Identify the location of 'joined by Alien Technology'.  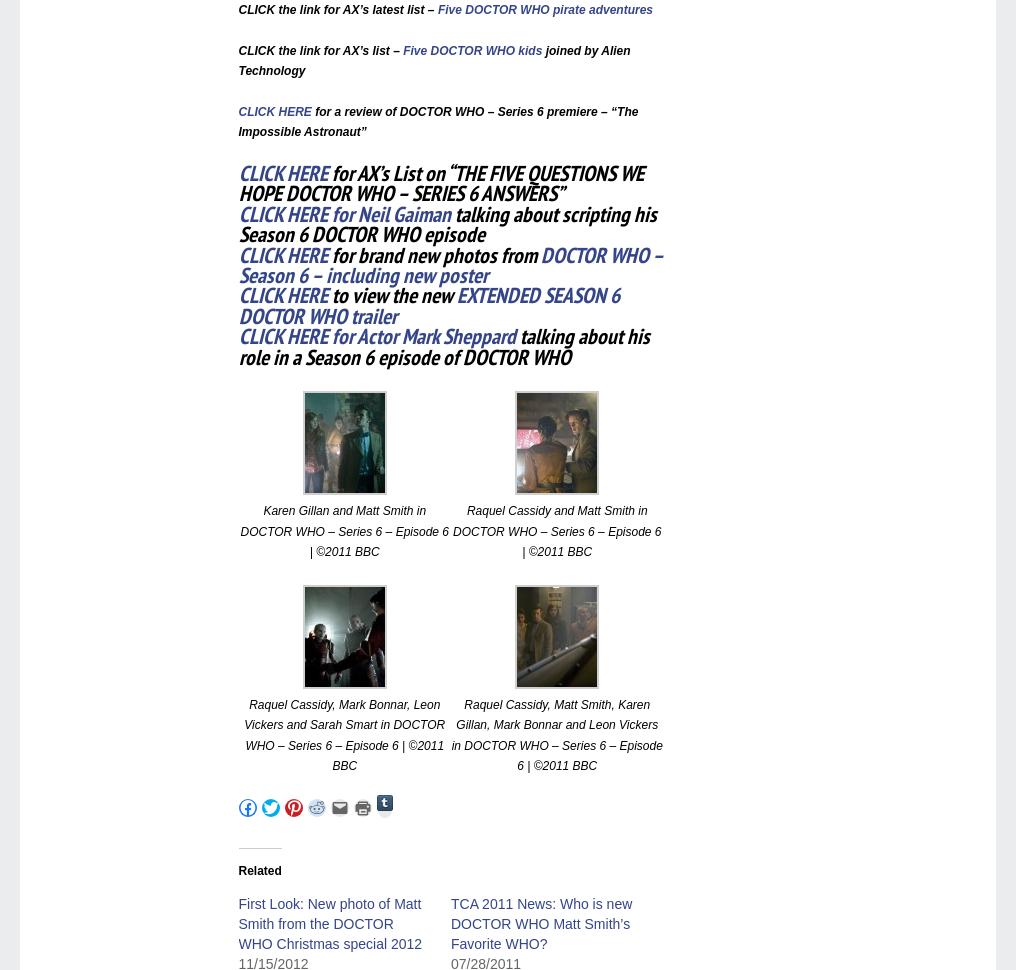
(433, 59).